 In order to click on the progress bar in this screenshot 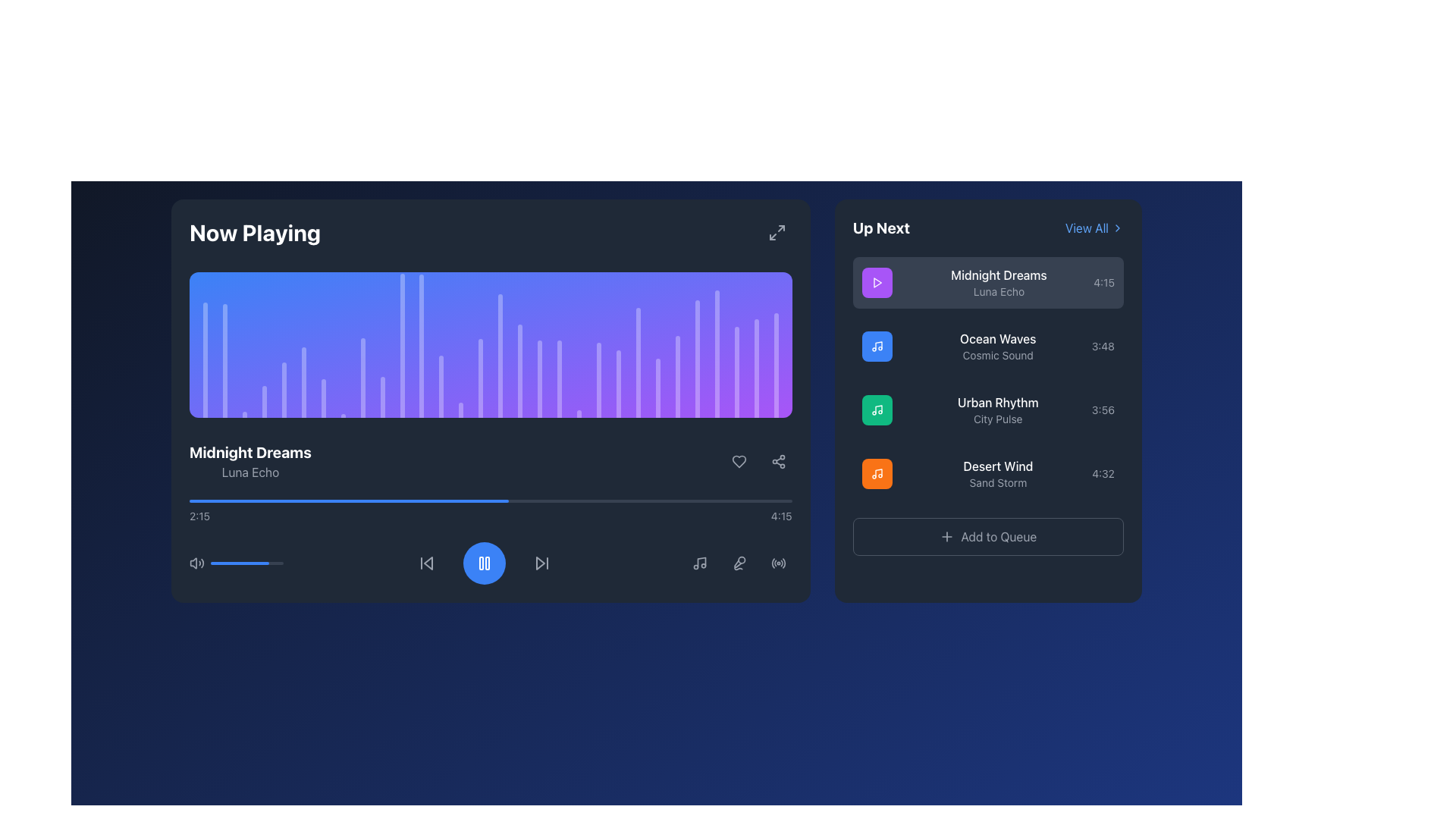, I will do `click(262, 500)`.